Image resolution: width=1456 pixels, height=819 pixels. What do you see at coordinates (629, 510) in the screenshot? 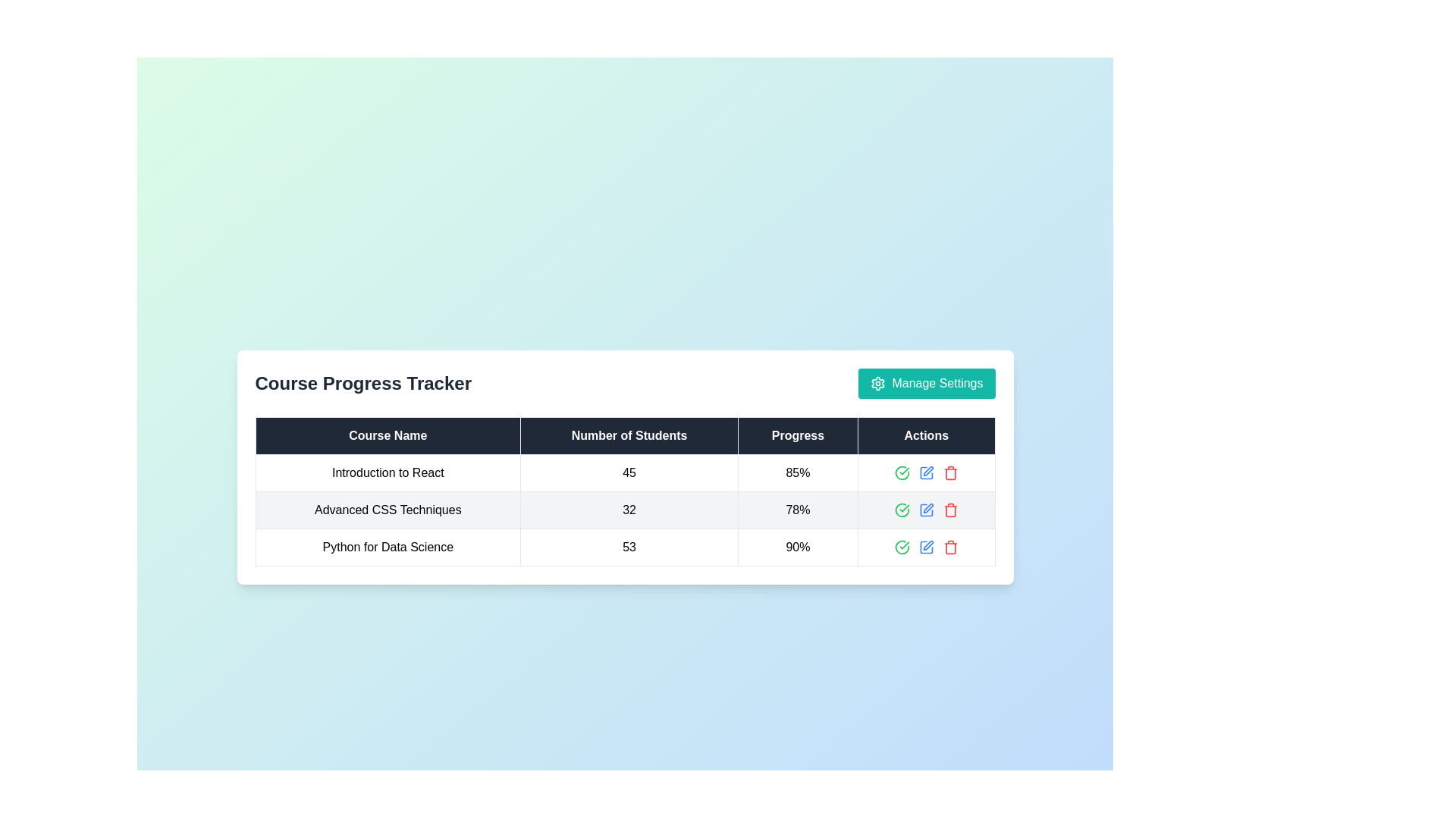
I see `the numerical text '32' located in the second row of the table under the 'Number of Students' column` at bounding box center [629, 510].